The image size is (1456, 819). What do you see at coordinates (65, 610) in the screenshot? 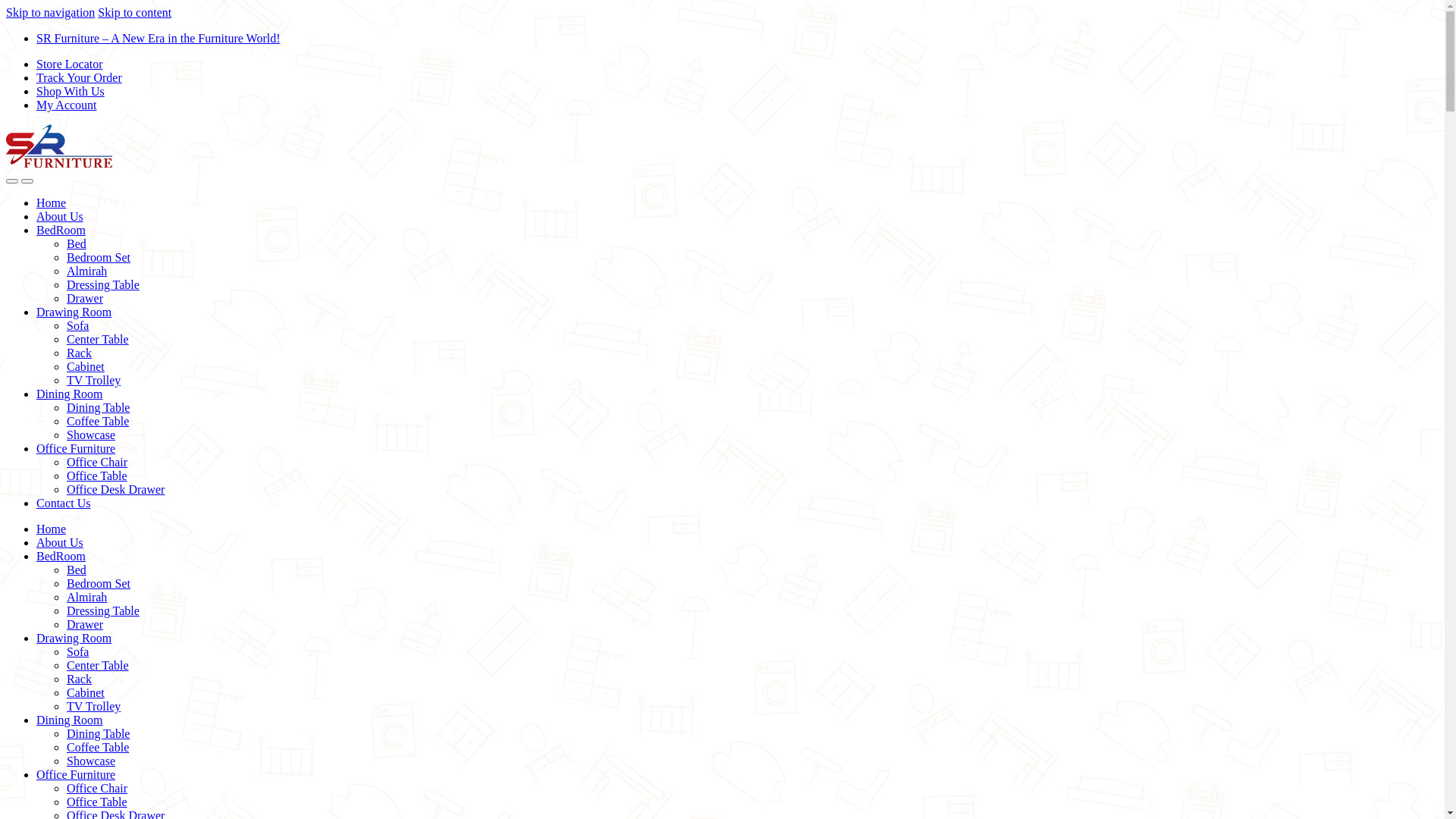
I see `'Dressing Table'` at bounding box center [65, 610].